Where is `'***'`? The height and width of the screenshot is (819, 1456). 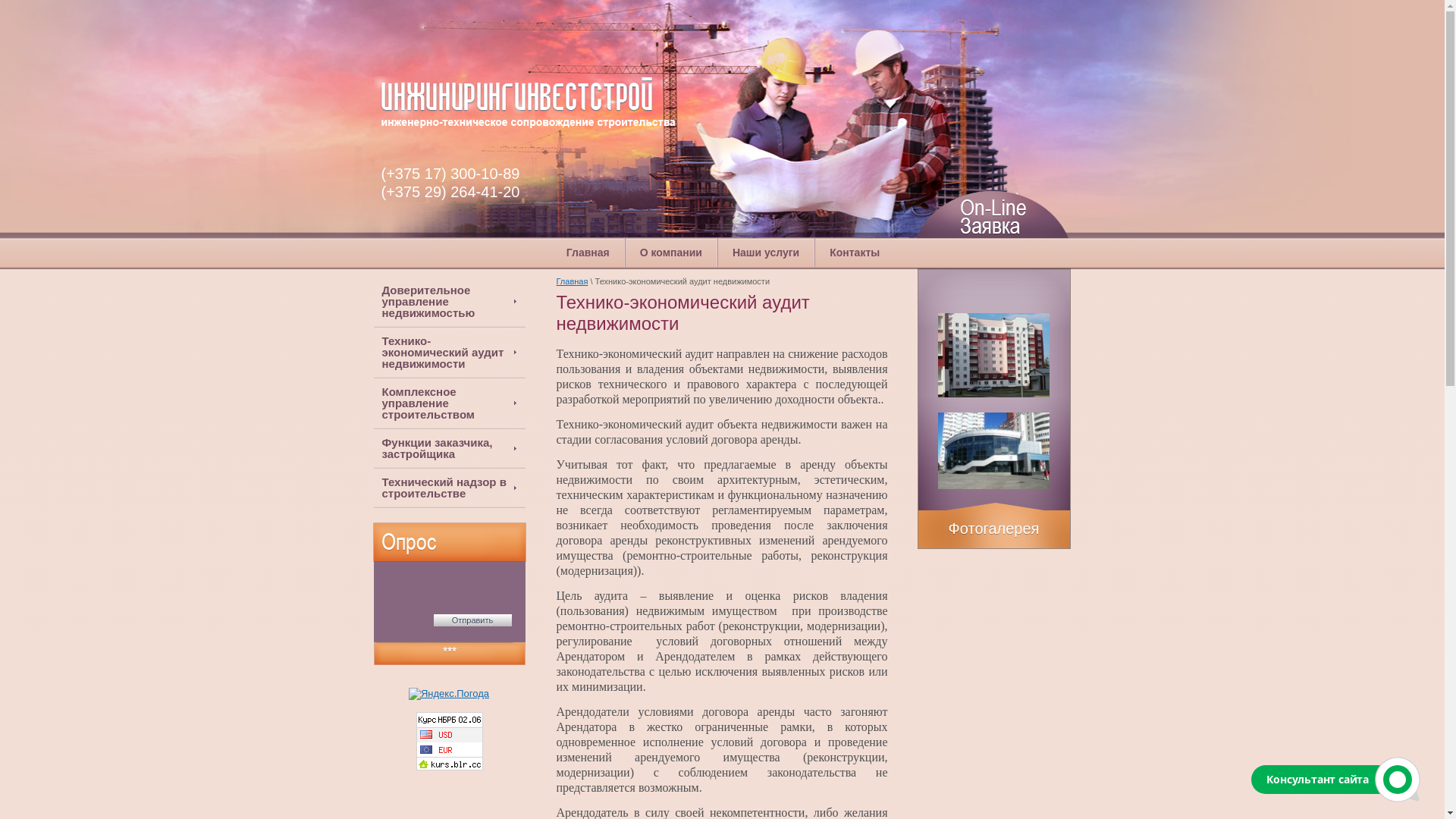
'***' is located at coordinates (447, 651).